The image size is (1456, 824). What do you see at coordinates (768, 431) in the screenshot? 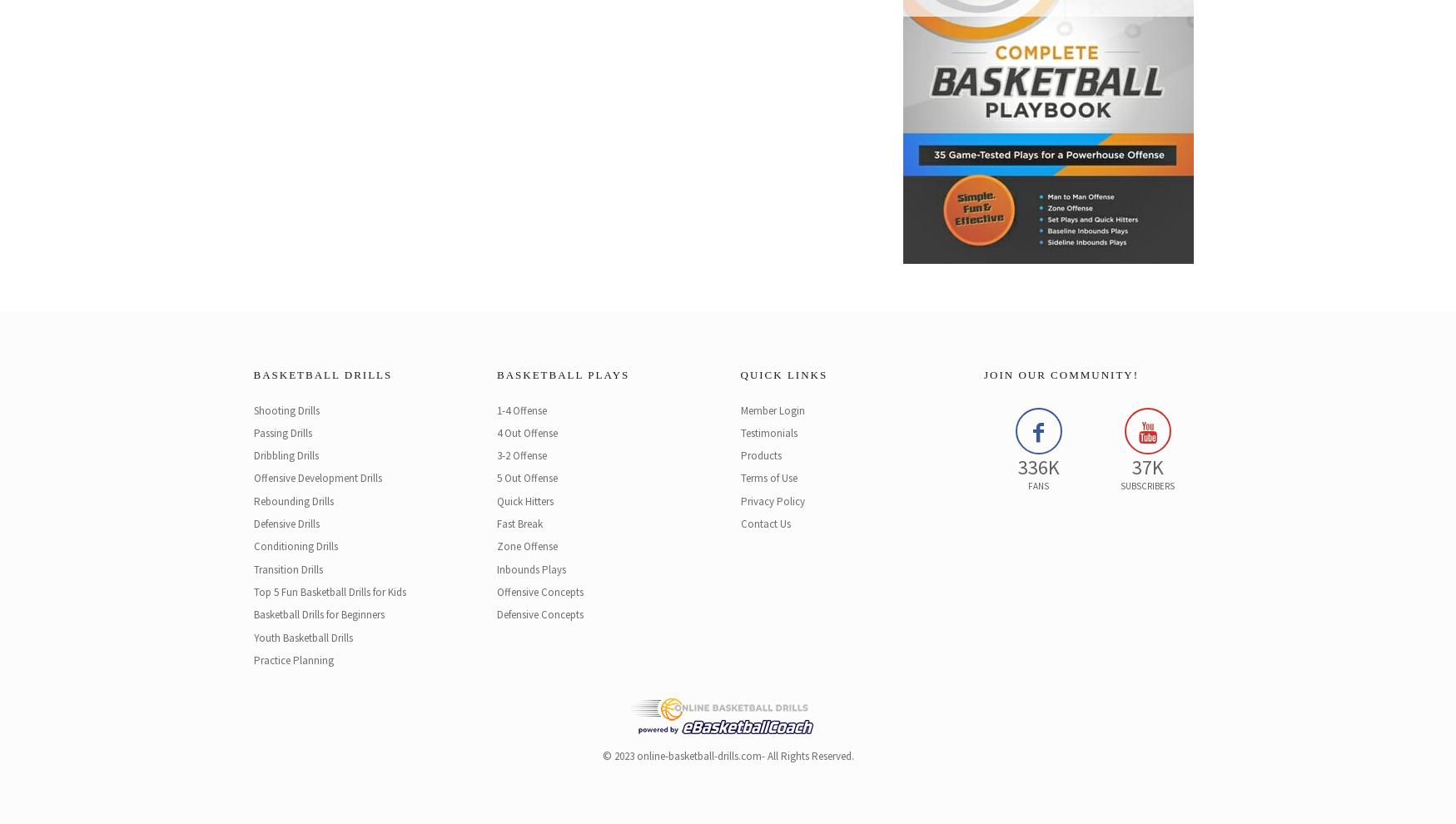
I see `'Testimonials'` at bounding box center [768, 431].